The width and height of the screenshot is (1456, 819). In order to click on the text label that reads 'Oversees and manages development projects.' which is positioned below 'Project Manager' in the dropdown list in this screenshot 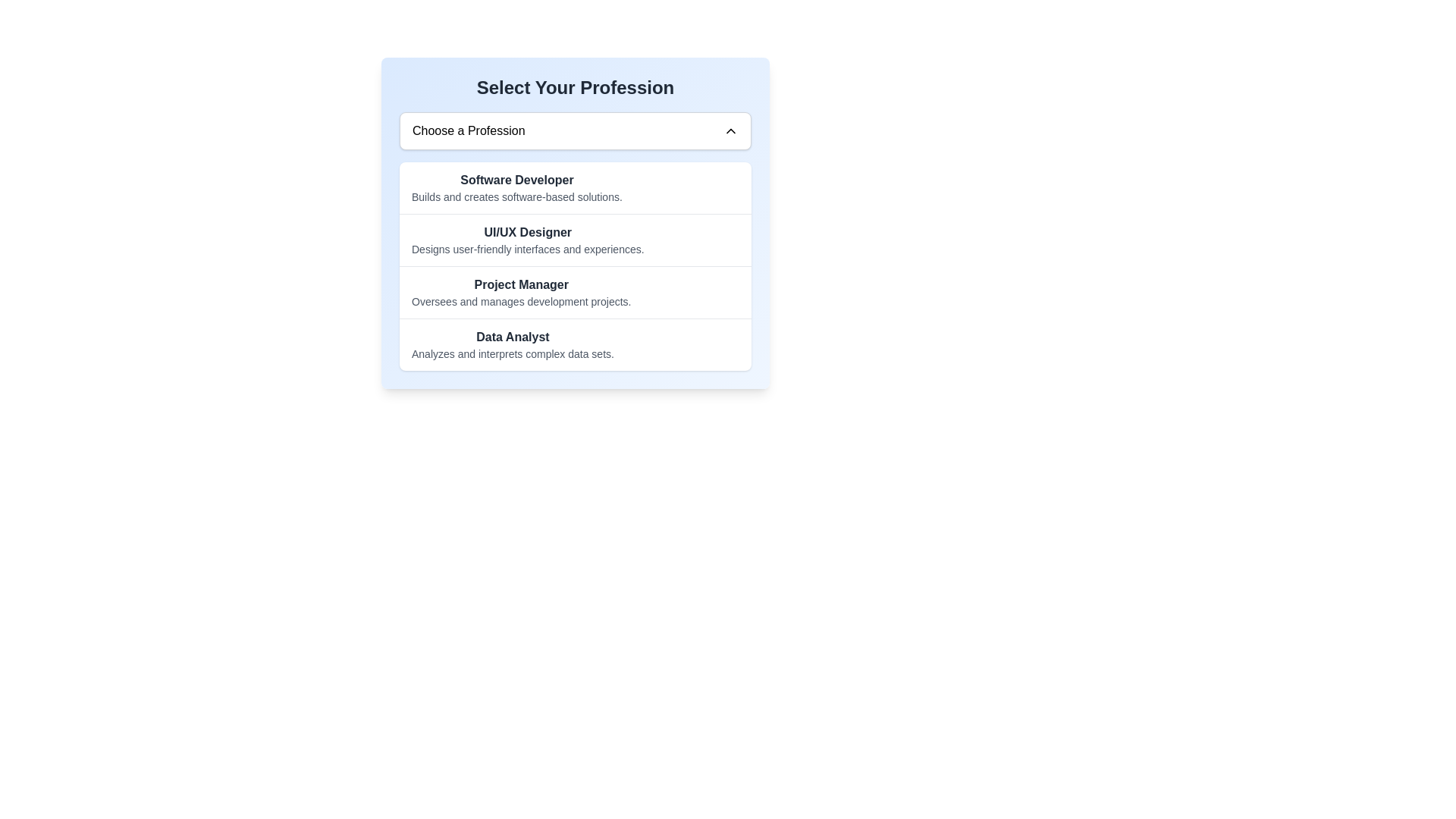, I will do `click(521, 301)`.